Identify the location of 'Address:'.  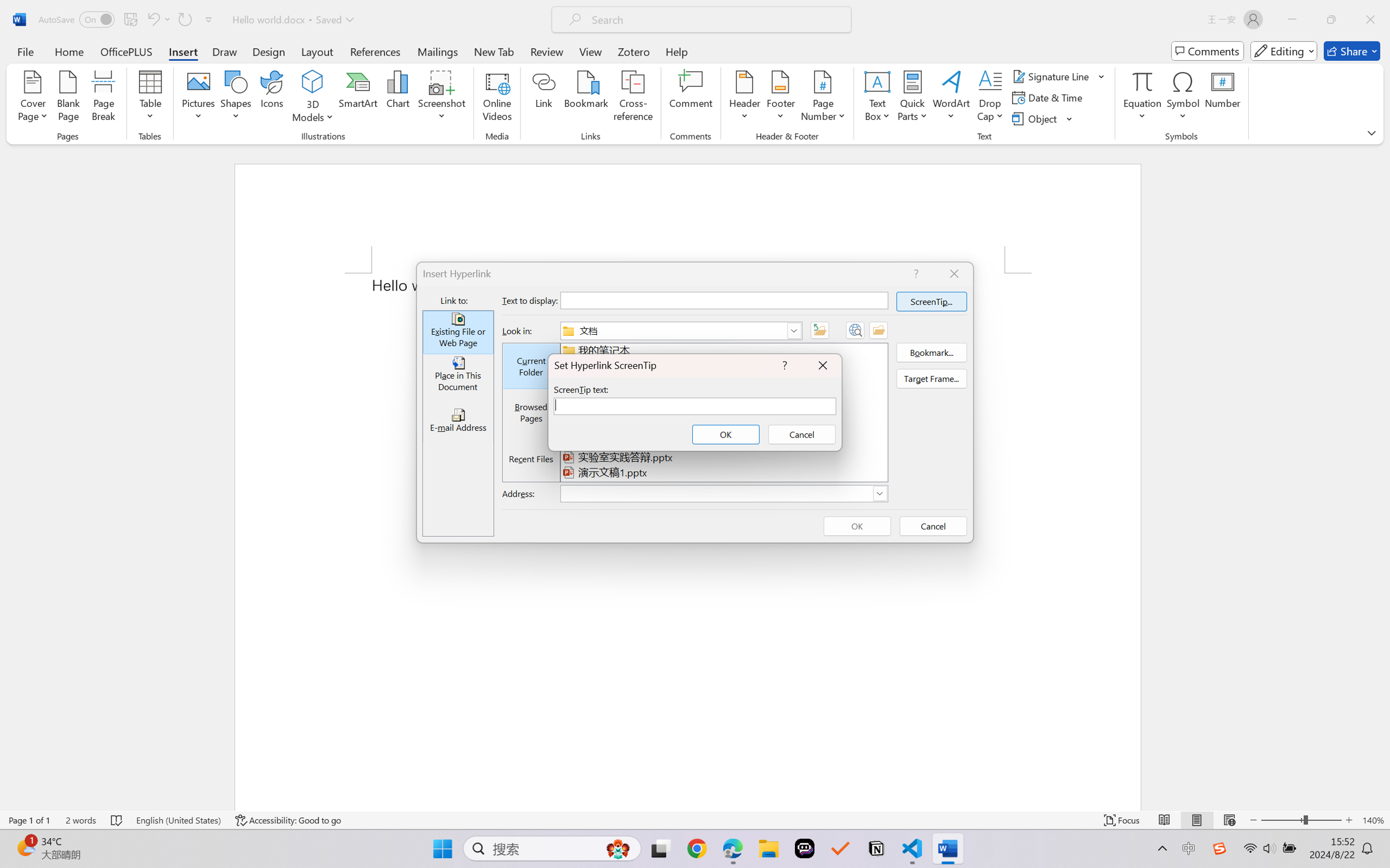
(723, 493).